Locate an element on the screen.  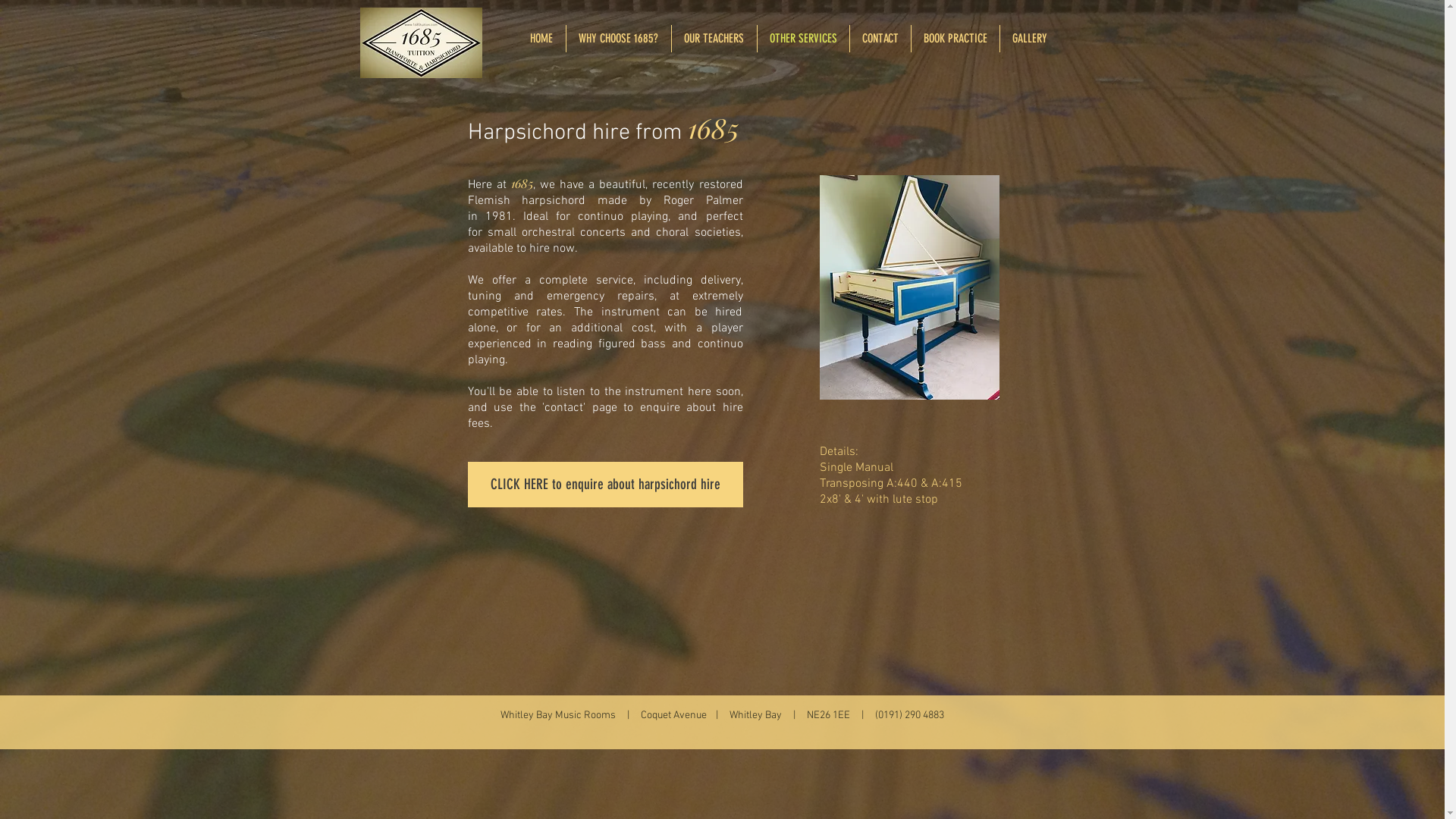
'HOME' is located at coordinates (516, 37).